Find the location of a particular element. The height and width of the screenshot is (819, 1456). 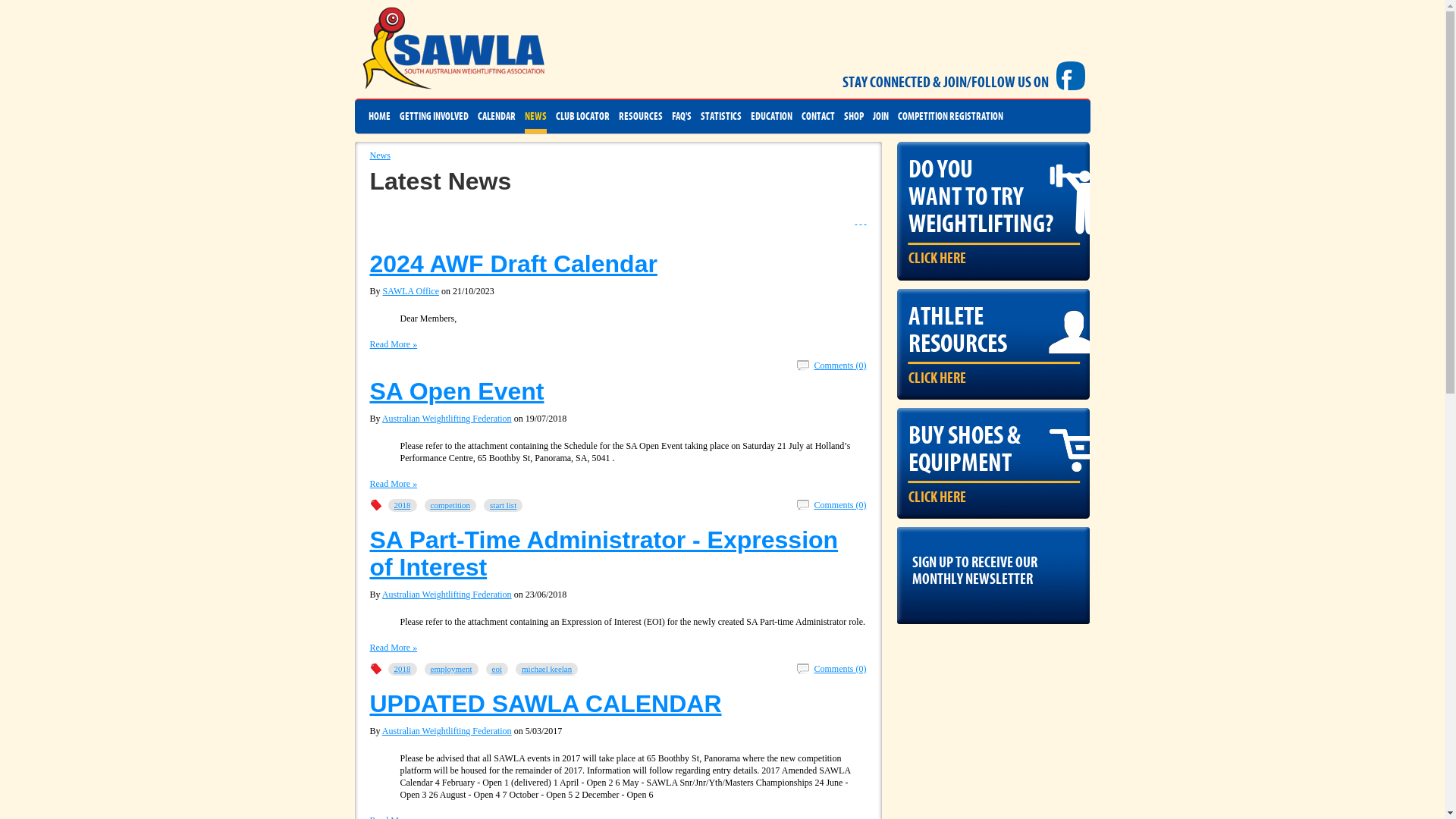

'NEWS' is located at coordinates (524, 116).